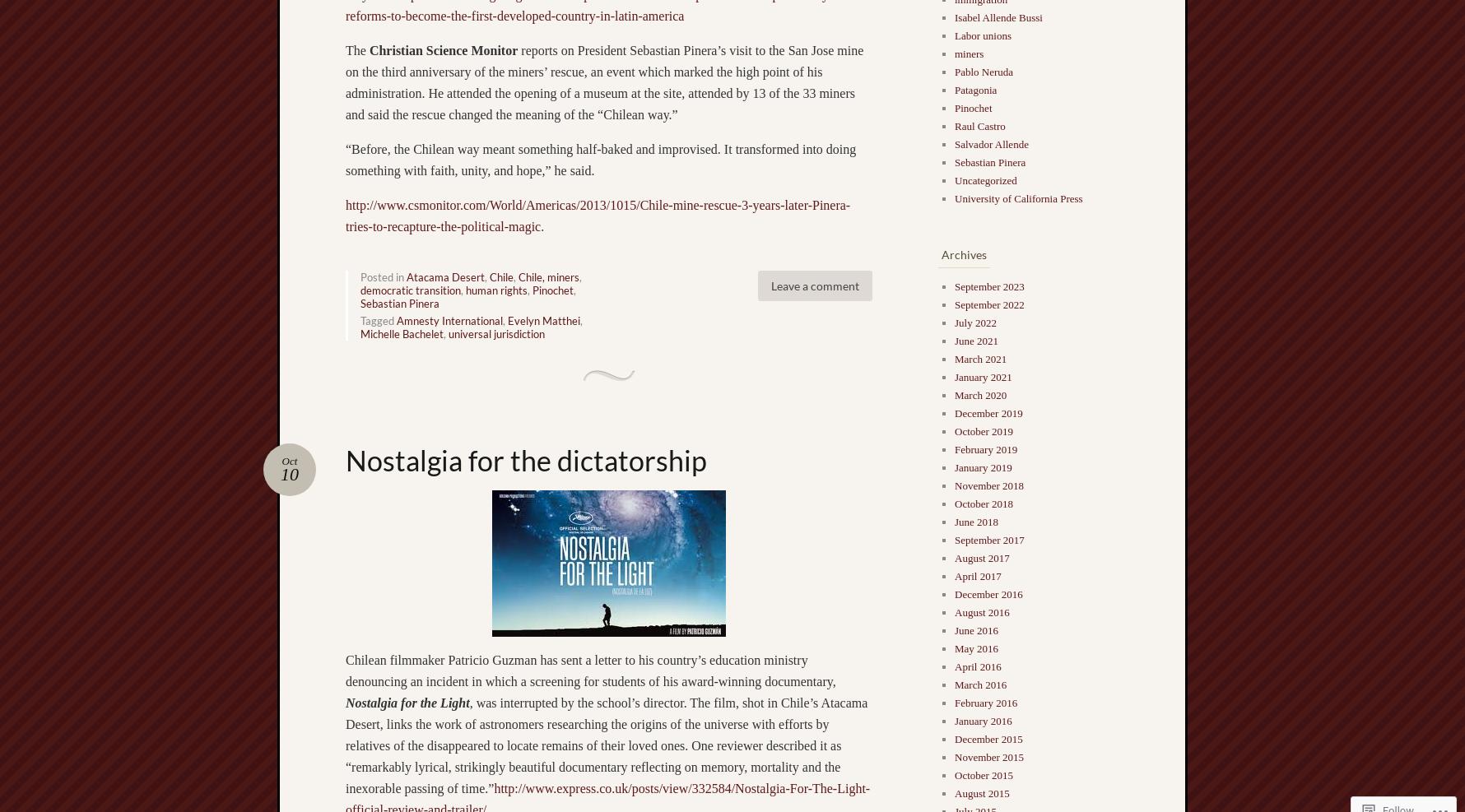 The height and width of the screenshot is (812, 1465). Describe the element at coordinates (954, 756) in the screenshot. I see `'November 2015'` at that location.